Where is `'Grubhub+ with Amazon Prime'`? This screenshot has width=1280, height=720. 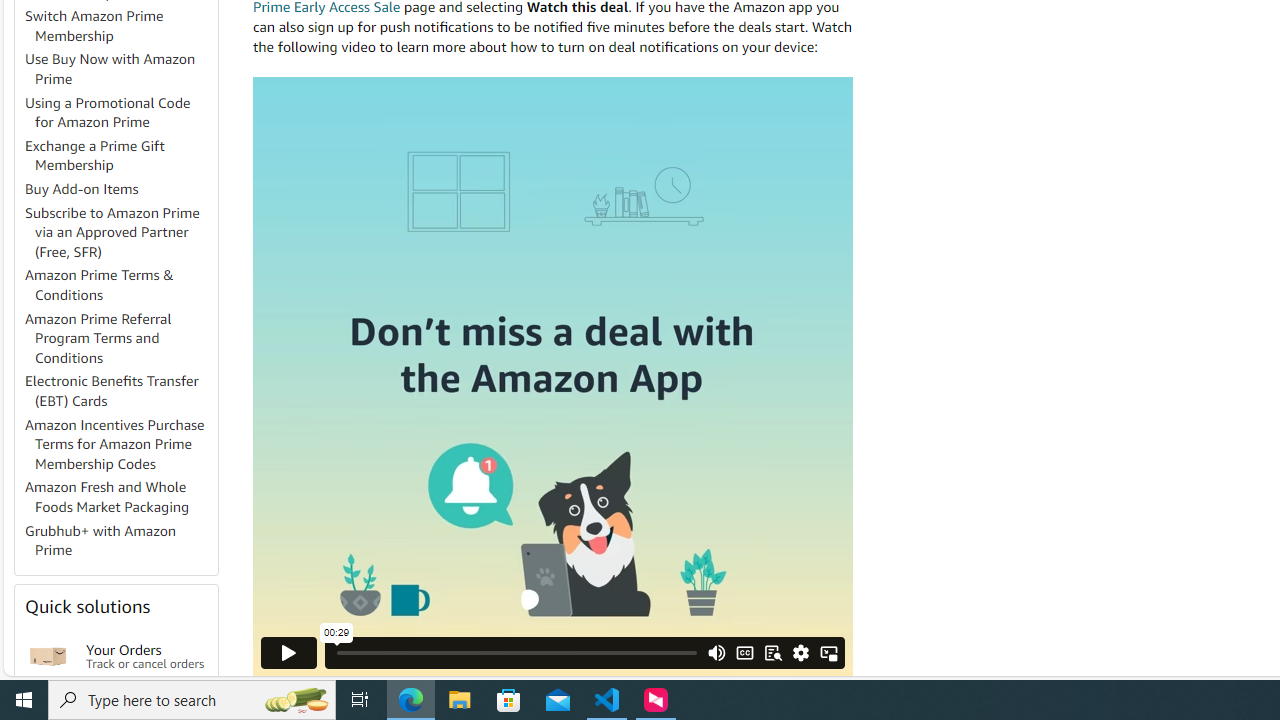 'Grubhub+ with Amazon Prime' is located at coordinates (119, 541).